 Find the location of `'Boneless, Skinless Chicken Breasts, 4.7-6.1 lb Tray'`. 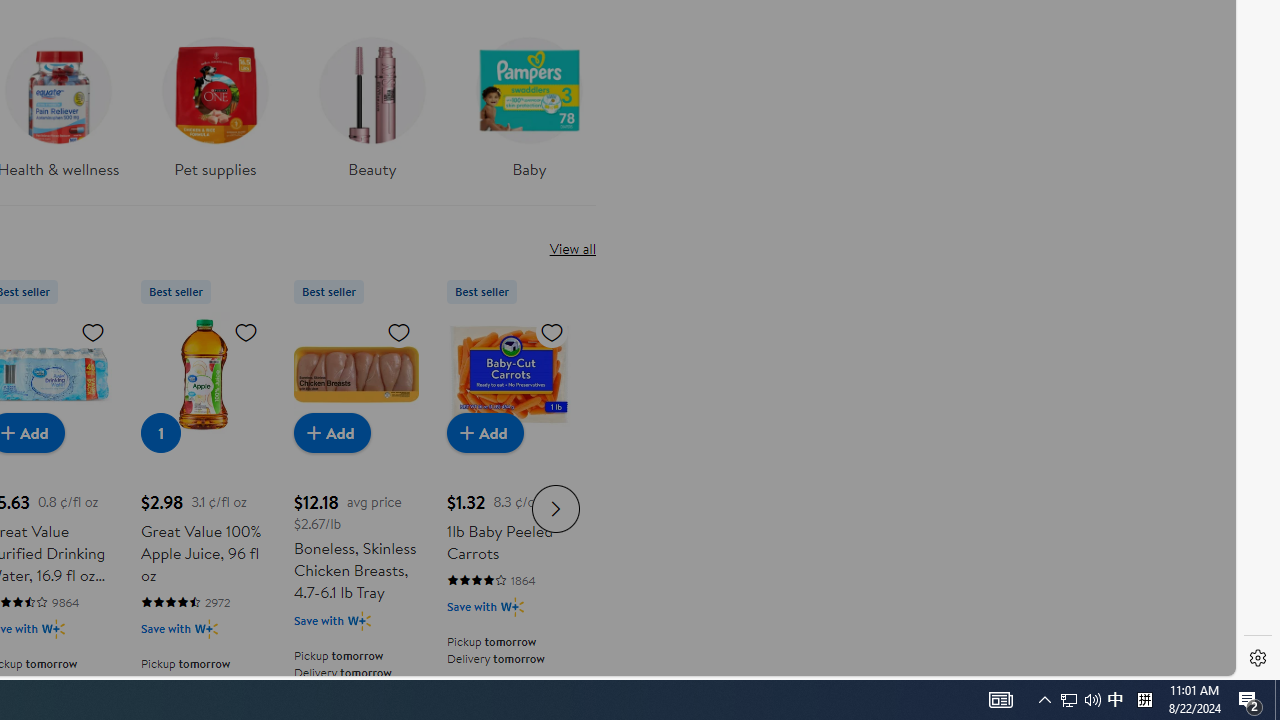

'Boneless, Skinless Chicken Breasts, 4.7-6.1 lb Tray' is located at coordinates (356, 374).